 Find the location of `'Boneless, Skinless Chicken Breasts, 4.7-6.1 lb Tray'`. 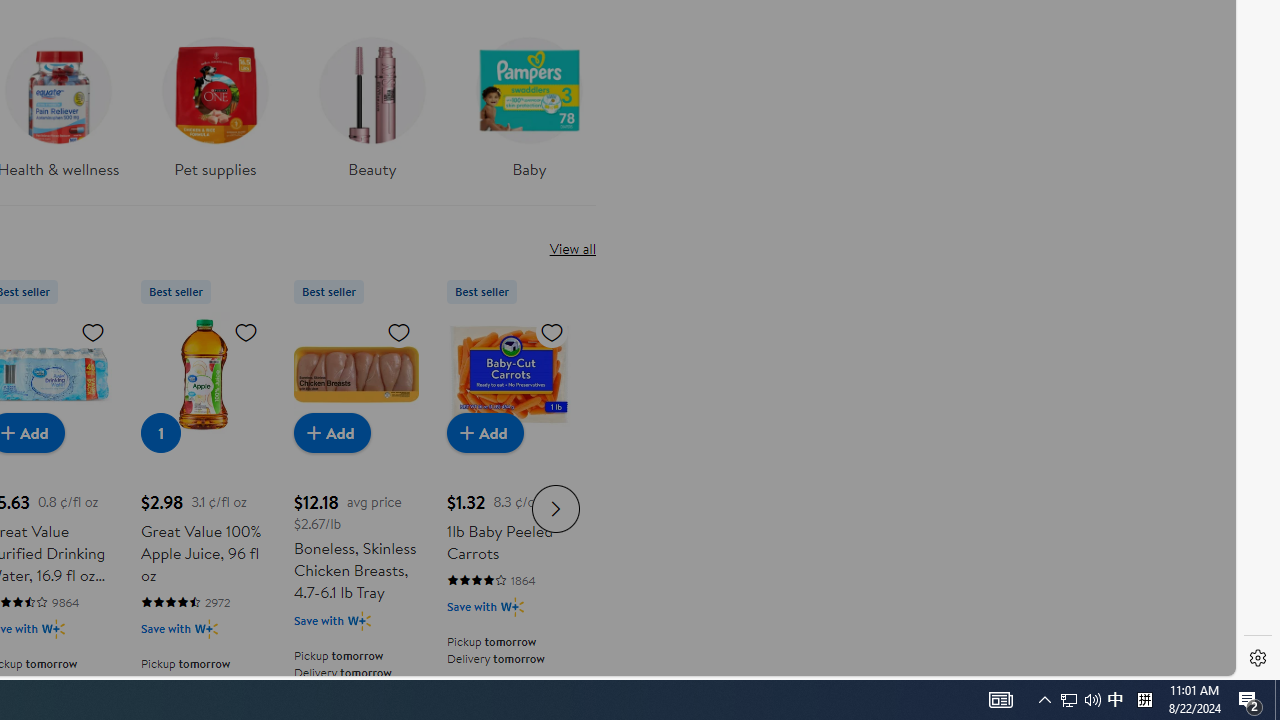

'Boneless, Skinless Chicken Breasts, 4.7-6.1 lb Tray' is located at coordinates (356, 374).